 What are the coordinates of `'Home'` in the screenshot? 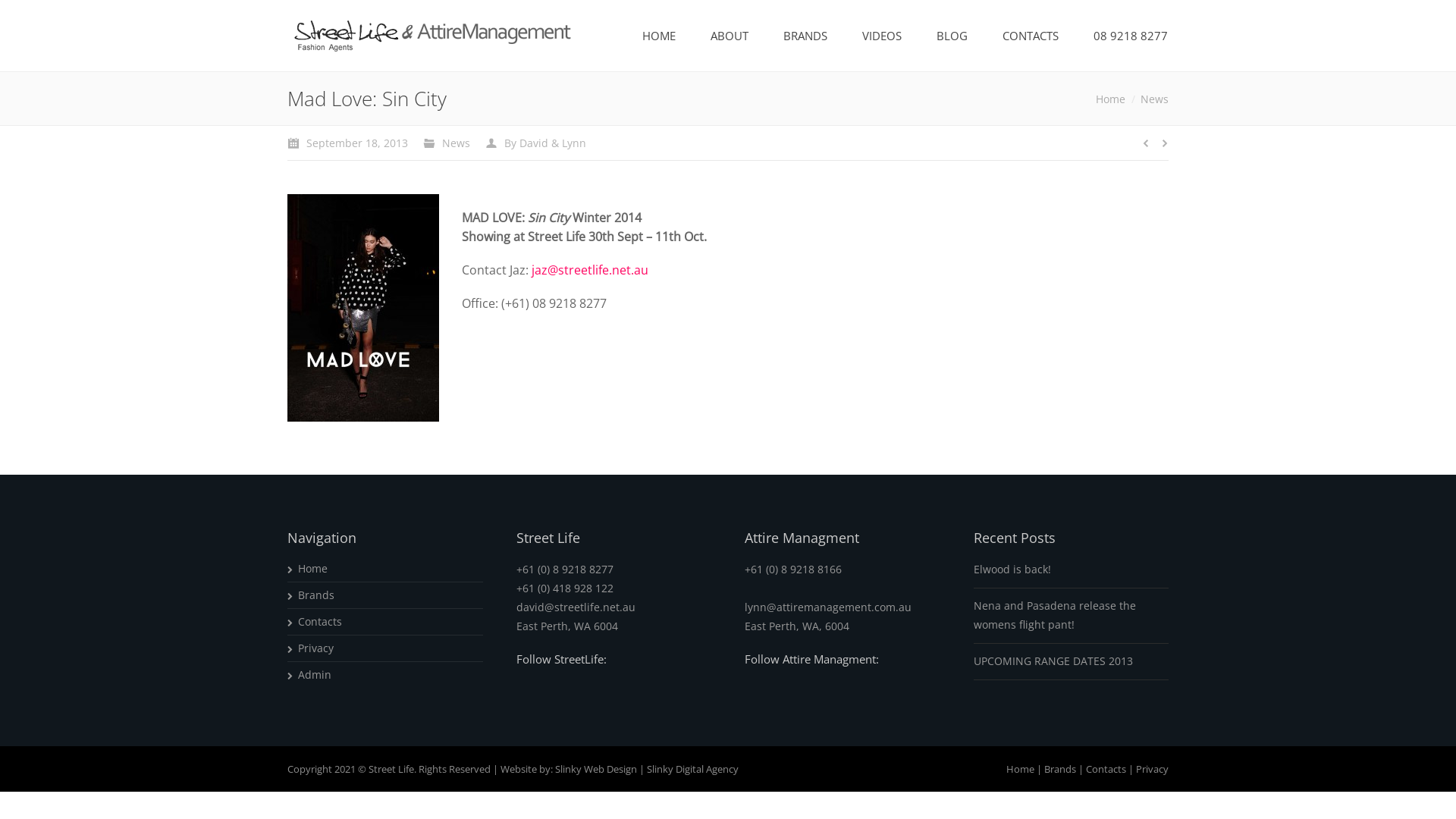 It's located at (1020, 768).